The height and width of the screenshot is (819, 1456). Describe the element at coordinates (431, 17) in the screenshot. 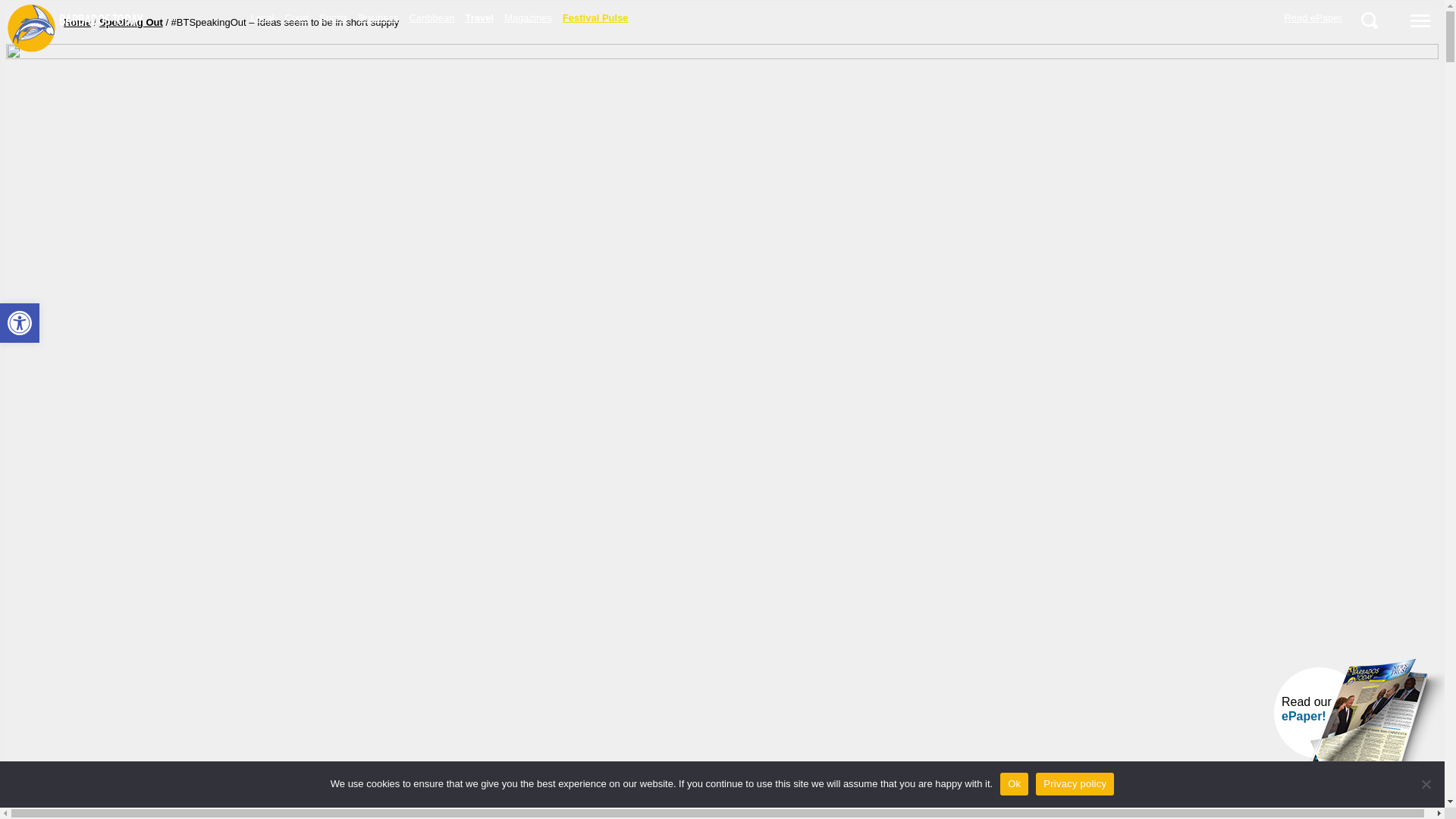

I see `'Caribbean'` at that location.